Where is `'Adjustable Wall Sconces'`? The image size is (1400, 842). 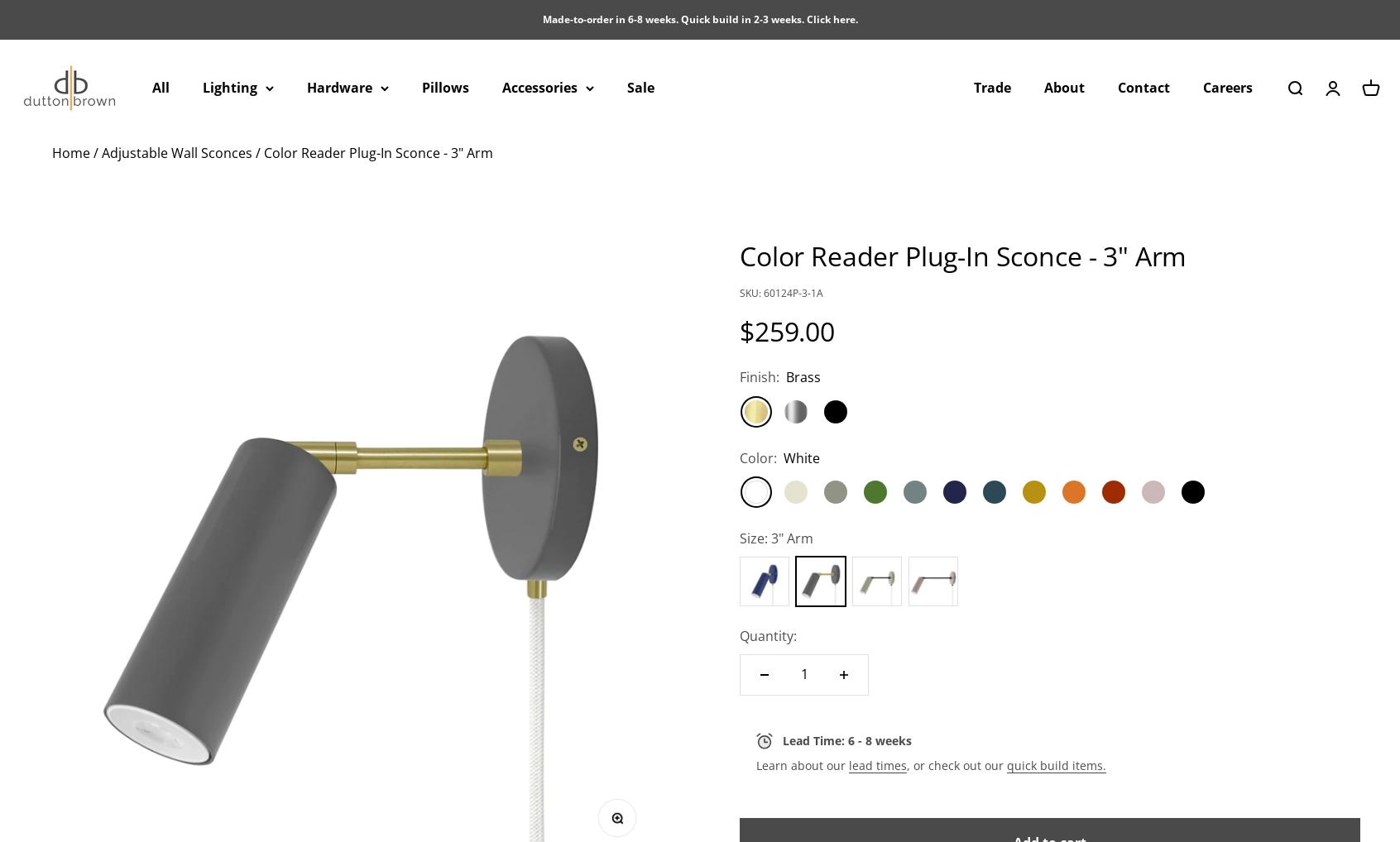 'Adjustable Wall Sconces' is located at coordinates (177, 152).